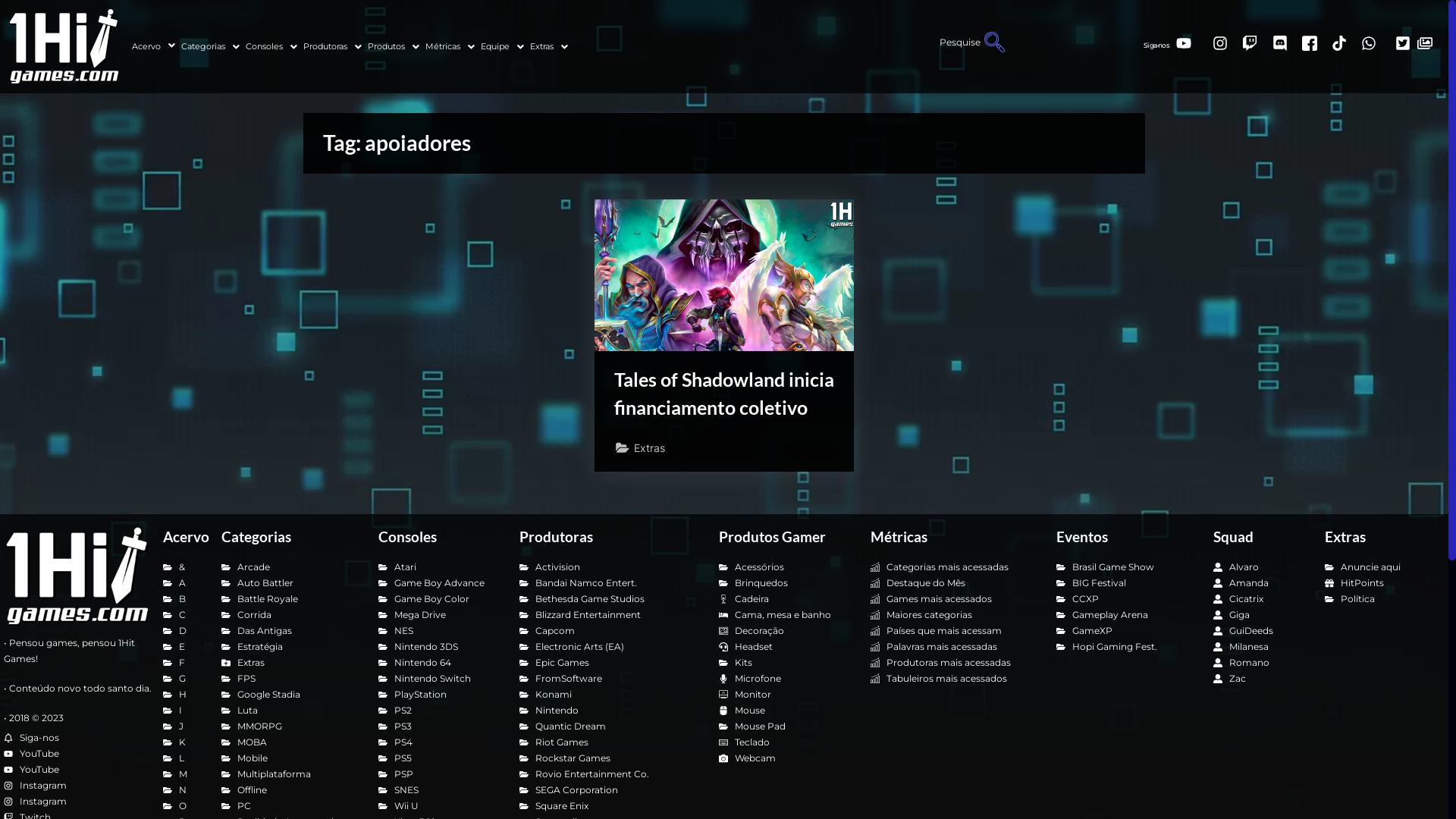  What do you see at coordinates (787, 741) in the screenshot?
I see `'Teclado'` at bounding box center [787, 741].